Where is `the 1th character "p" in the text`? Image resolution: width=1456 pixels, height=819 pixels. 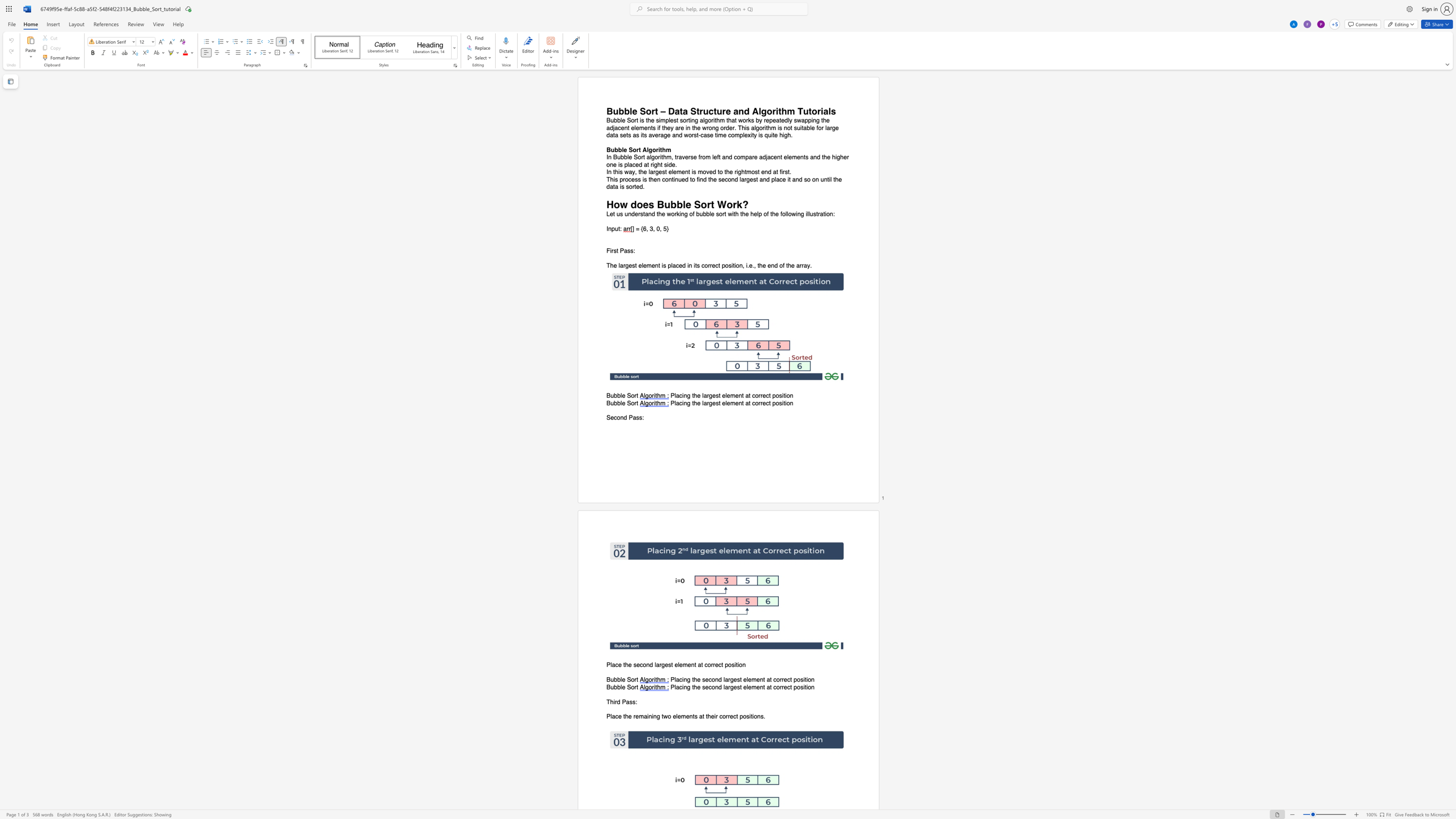 the 1th character "p" in the text is located at coordinates (795, 687).